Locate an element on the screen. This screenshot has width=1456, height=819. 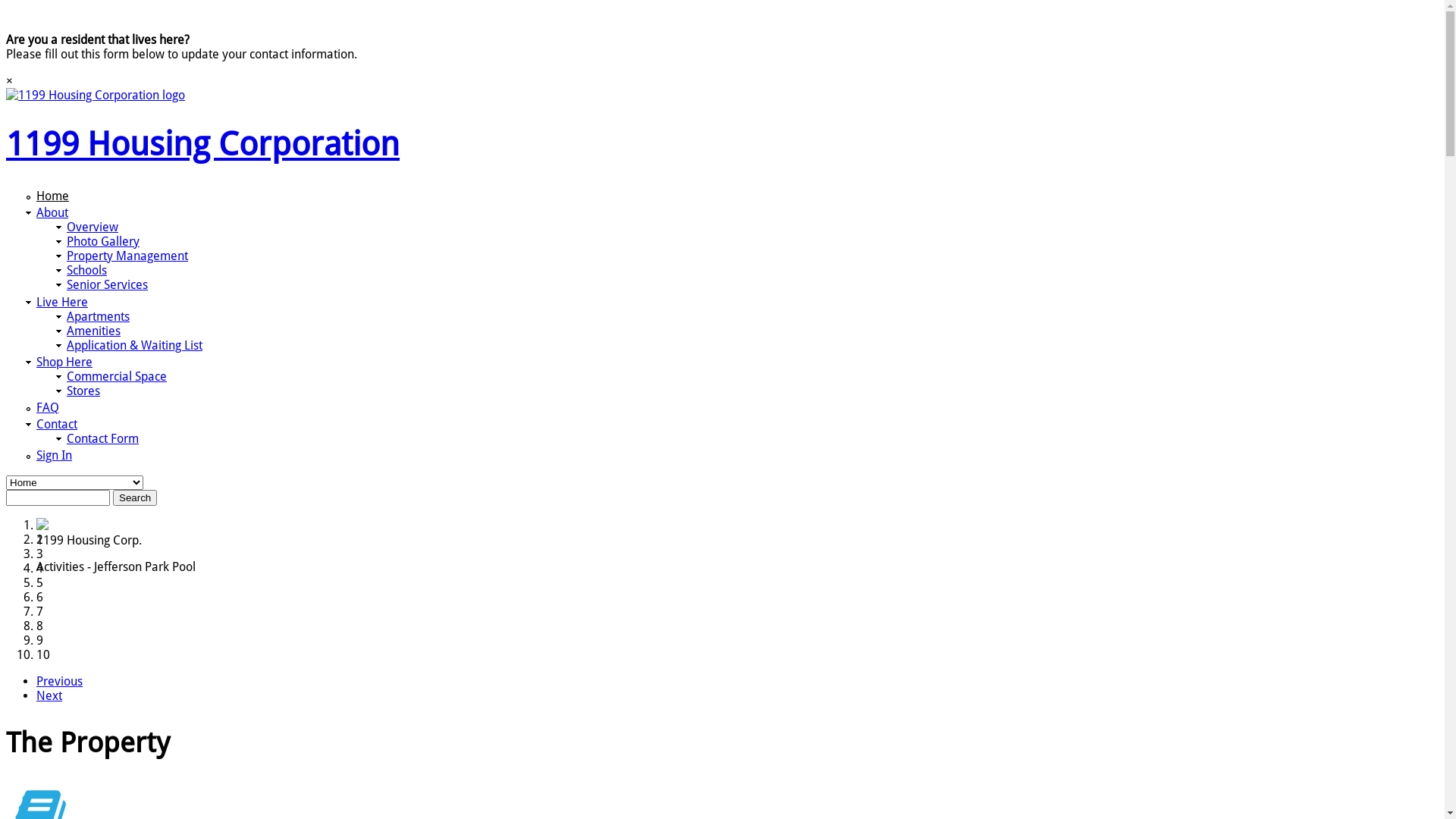
'Previous' is located at coordinates (59, 680).